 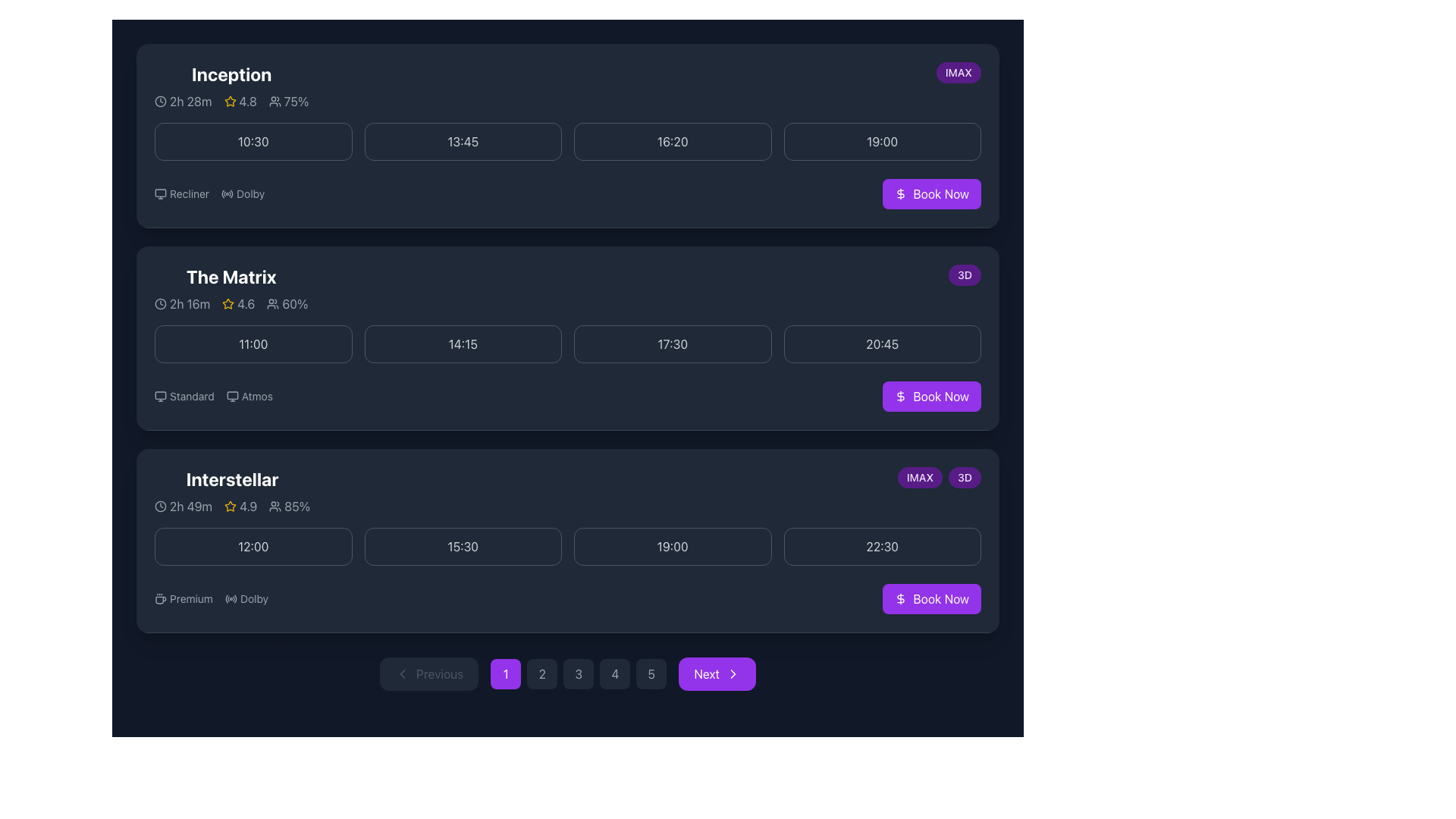 What do you see at coordinates (231, 479) in the screenshot?
I see `text label displaying the movie title 'Interstellar,' which is a bold, white font located in the top-left section of the movie details block` at bounding box center [231, 479].